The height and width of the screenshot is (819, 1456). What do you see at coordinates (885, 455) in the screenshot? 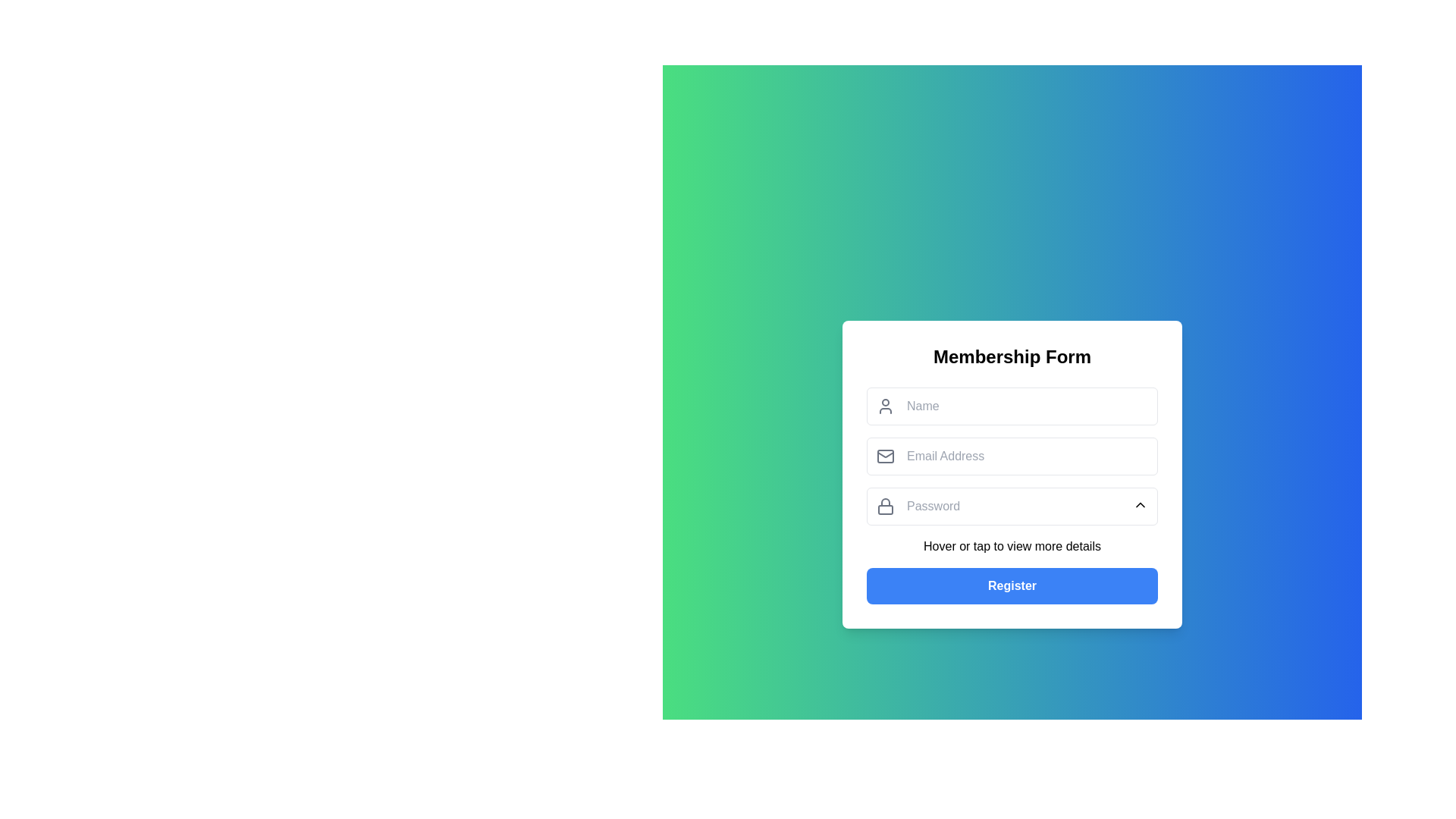
I see `the mail icon located inside the 'Email Address' input field, which is styled with a minimalistic design and outlined strokes, positioned in the middle-left region of the input field` at bounding box center [885, 455].